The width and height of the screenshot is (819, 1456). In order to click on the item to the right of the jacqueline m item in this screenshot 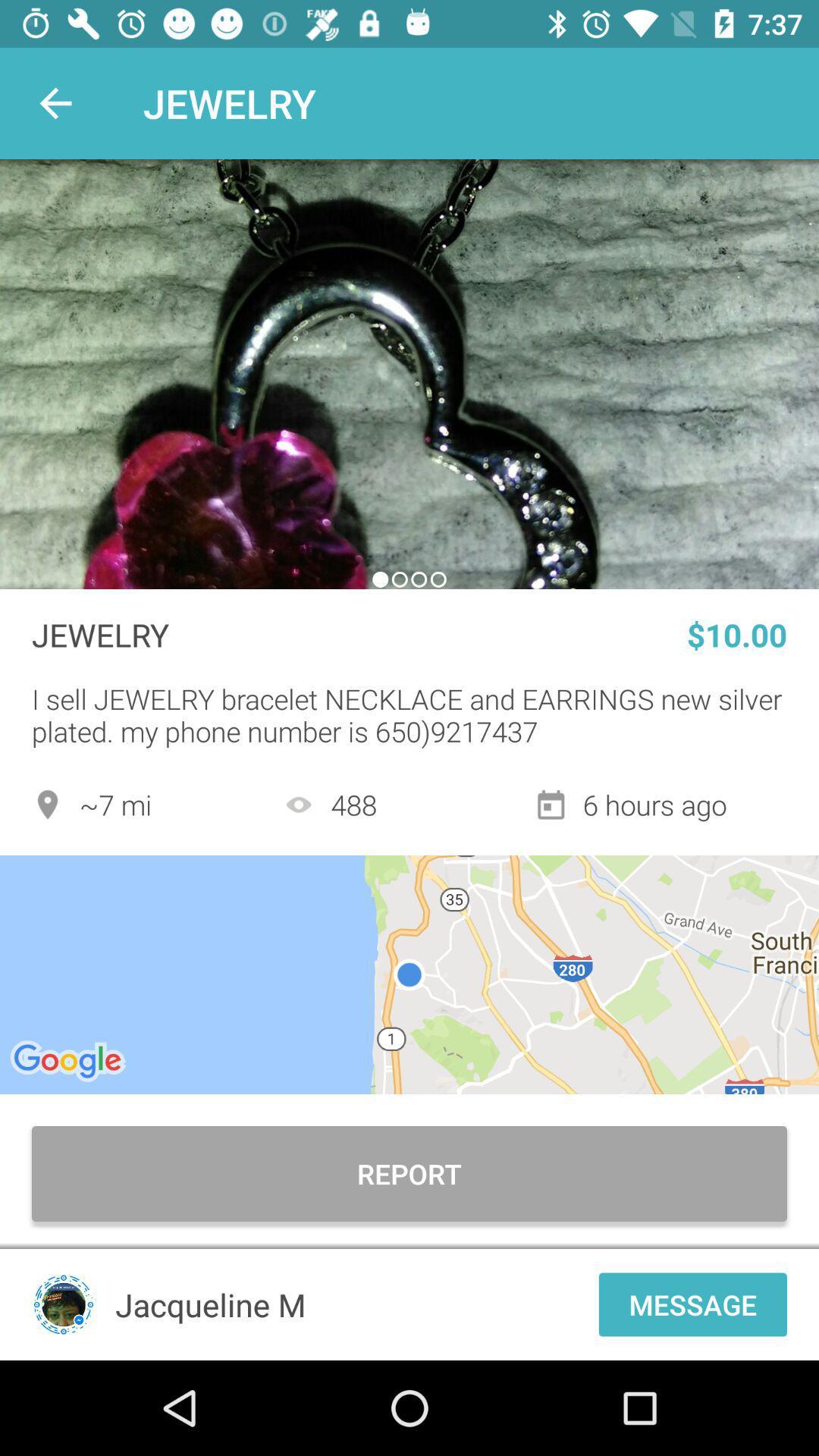, I will do `click(692, 1304)`.